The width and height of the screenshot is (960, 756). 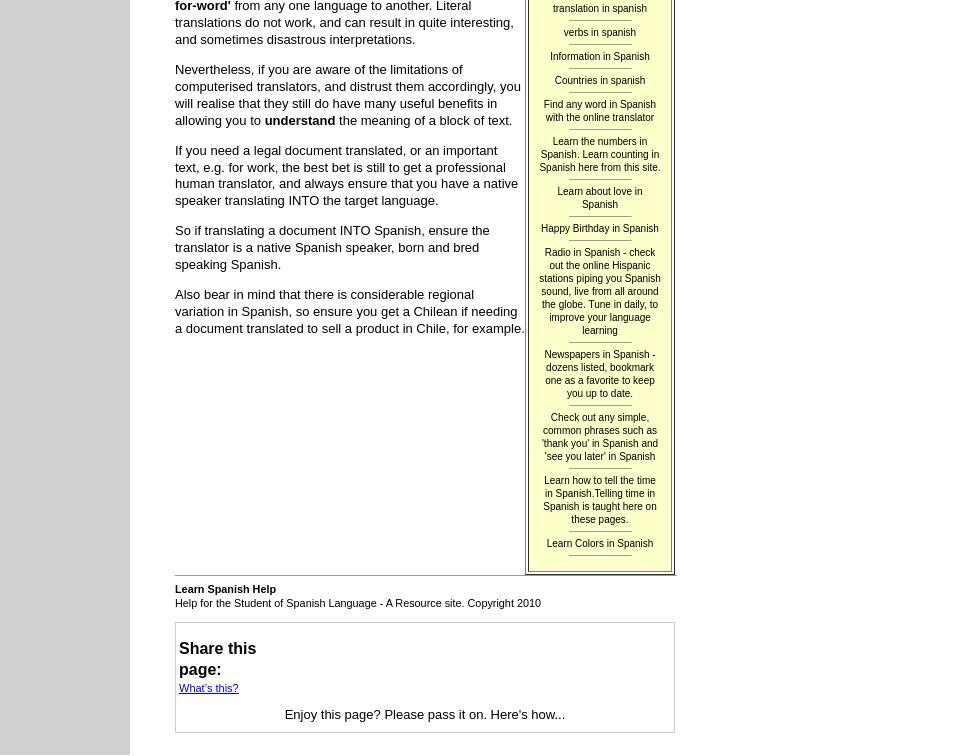 What do you see at coordinates (542, 109) in the screenshot?
I see `'Find any word in Spanish with the online translator'` at bounding box center [542, 109].